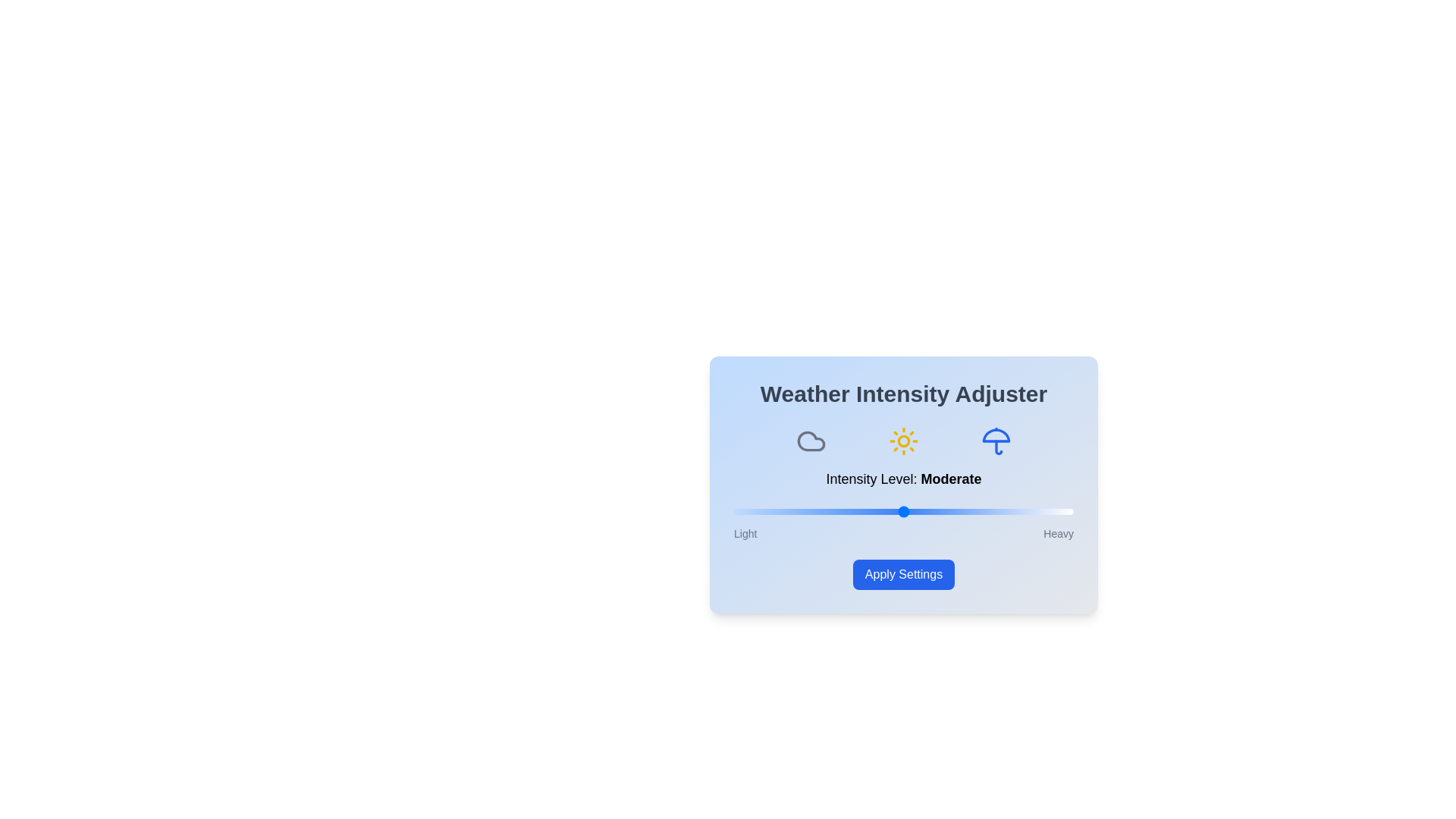 The width and height of the screenshot is (1456, 819). What do you see at coordinates (811, 441) in the screenshot?
I see `the cloud icon` at bounding box center [811, 441].